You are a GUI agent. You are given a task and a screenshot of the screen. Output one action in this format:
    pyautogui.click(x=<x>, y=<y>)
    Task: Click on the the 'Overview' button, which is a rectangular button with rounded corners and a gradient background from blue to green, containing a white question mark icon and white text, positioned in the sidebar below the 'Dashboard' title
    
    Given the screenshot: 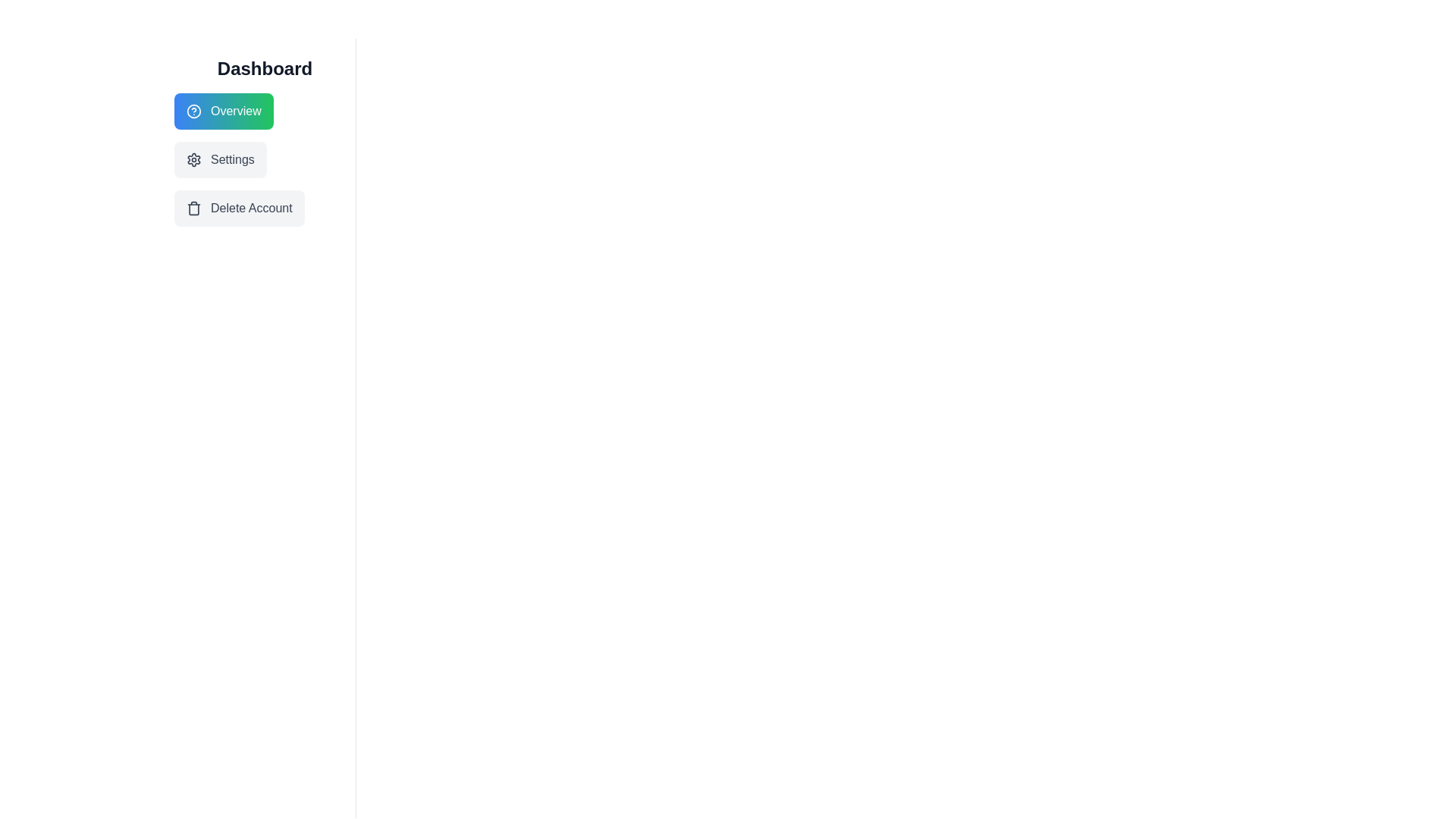 What is the action you would take?
    pyautogui.click(x=223, y=110)
    